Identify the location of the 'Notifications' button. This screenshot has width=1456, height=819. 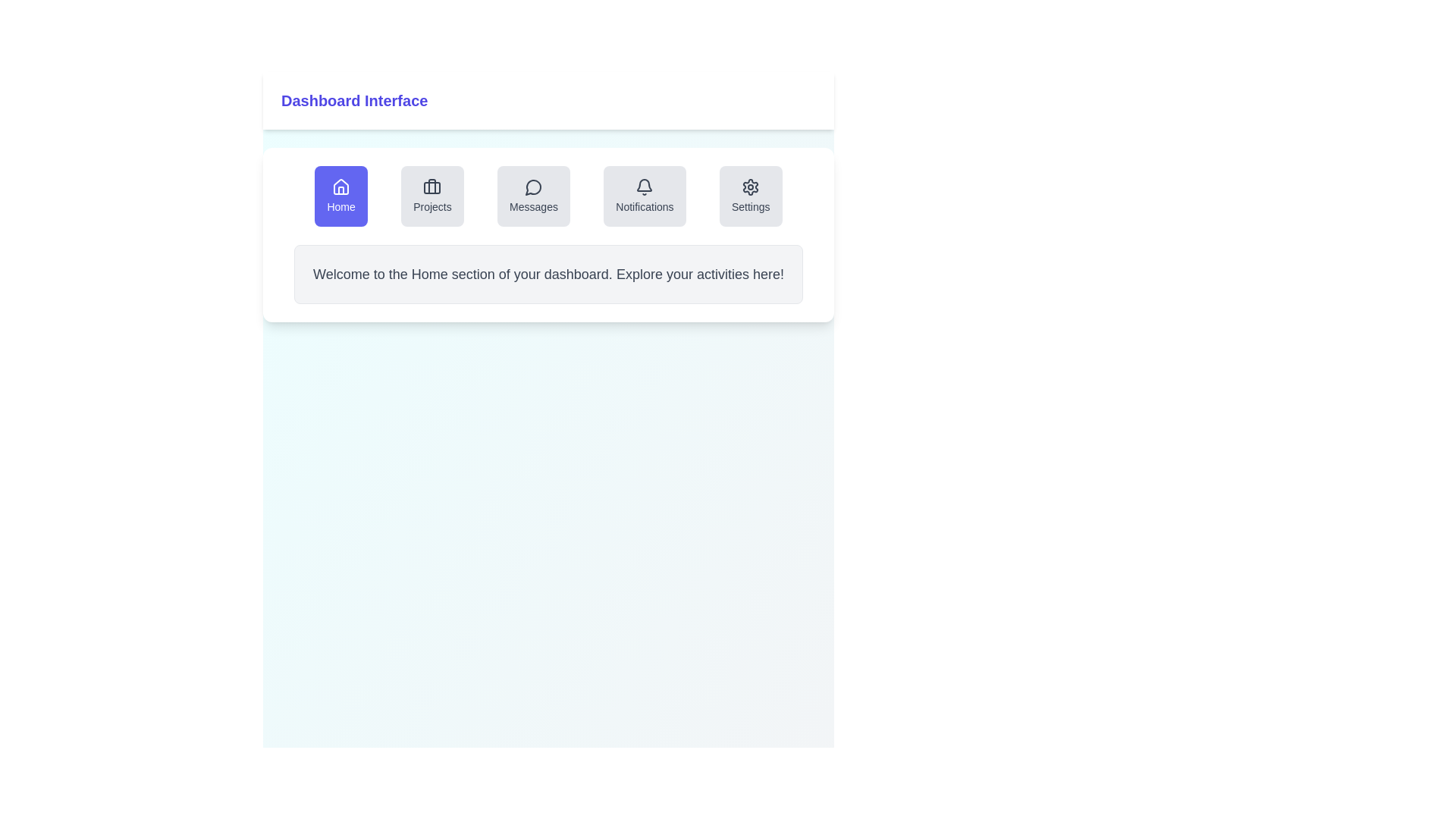
(645, 195).